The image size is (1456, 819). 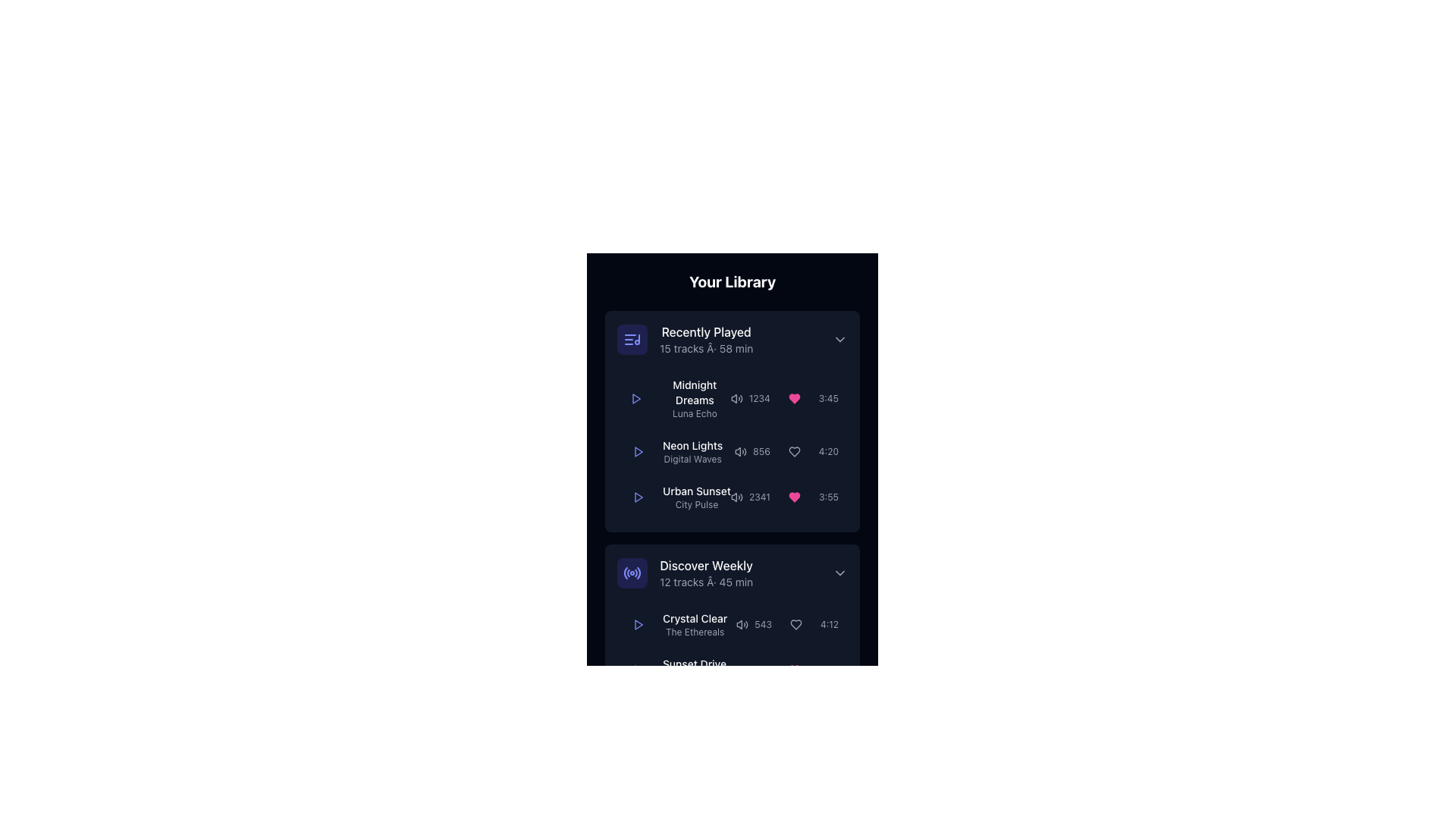 What do you see at coordinates (694, 397) in the screenshot?
I see `the text label displaying the title and artist or album details of a track in the 'Recently Played' section, which is the first text block in the list` at bounding box center [694, 397].